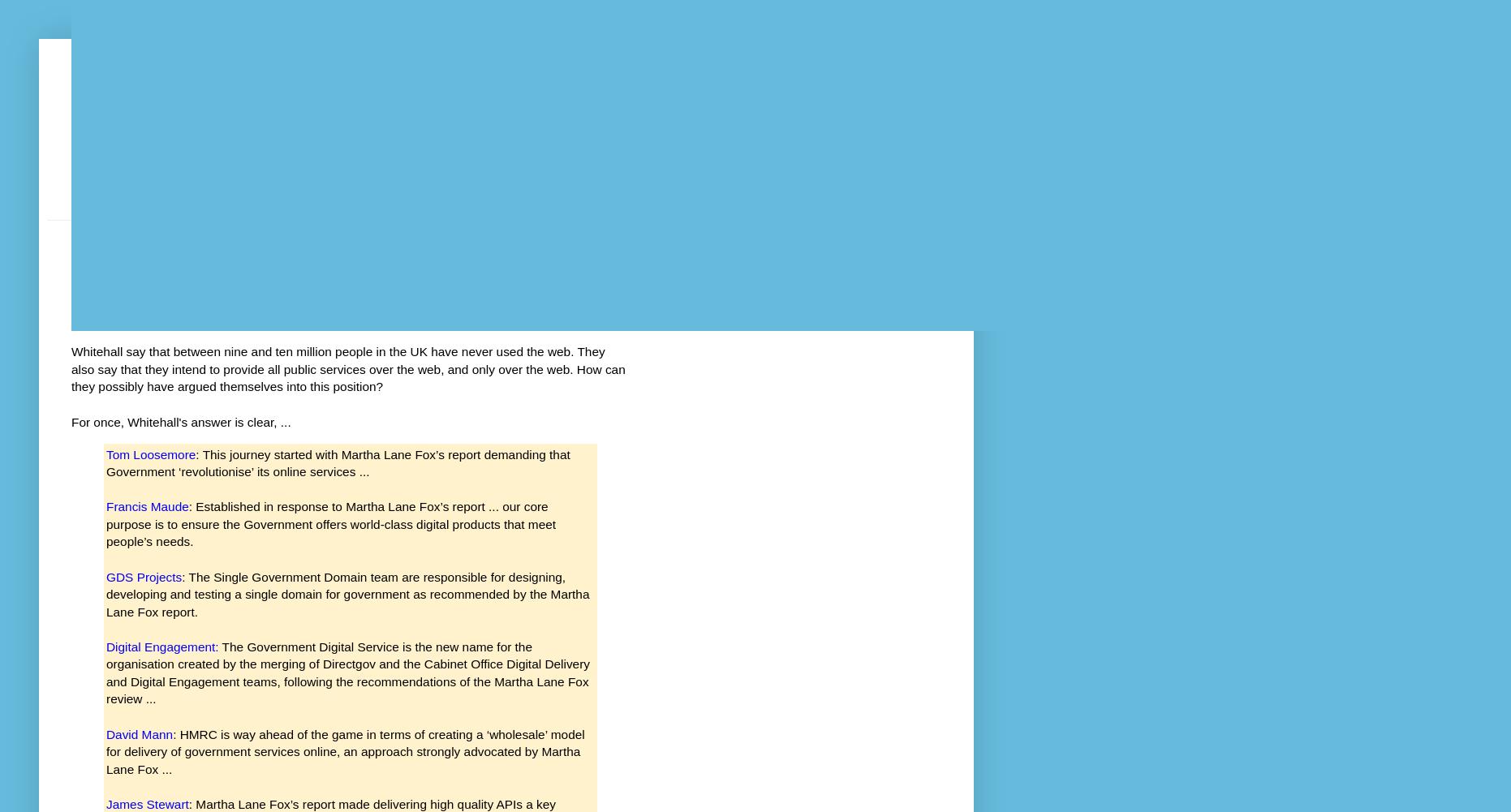 The width and height of the screenshot is (1511, 812). I want to click on 'Francis Maude', so click(146, 506).